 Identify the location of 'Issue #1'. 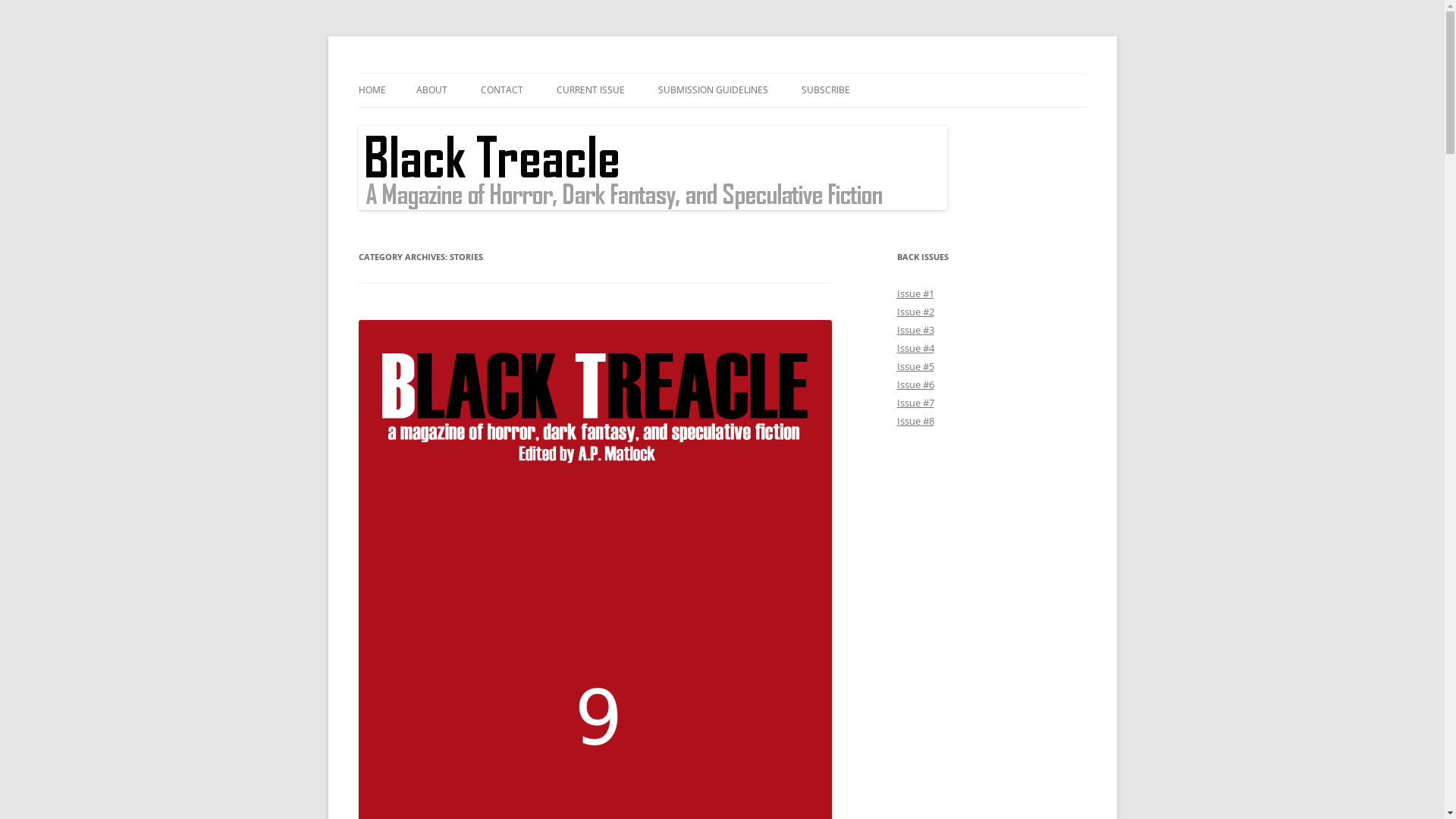
(914, 293).